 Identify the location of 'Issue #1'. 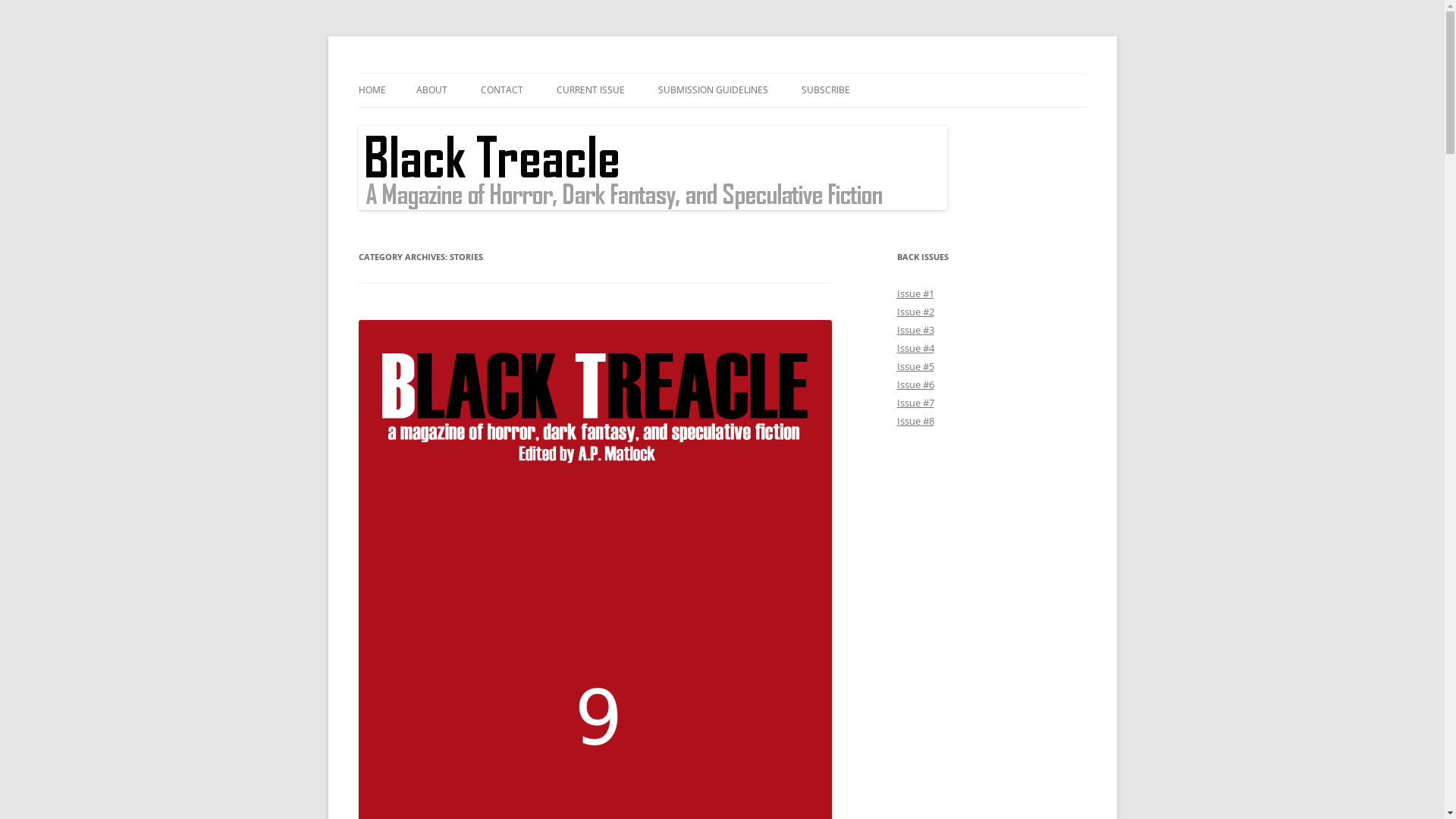
(914, 293).